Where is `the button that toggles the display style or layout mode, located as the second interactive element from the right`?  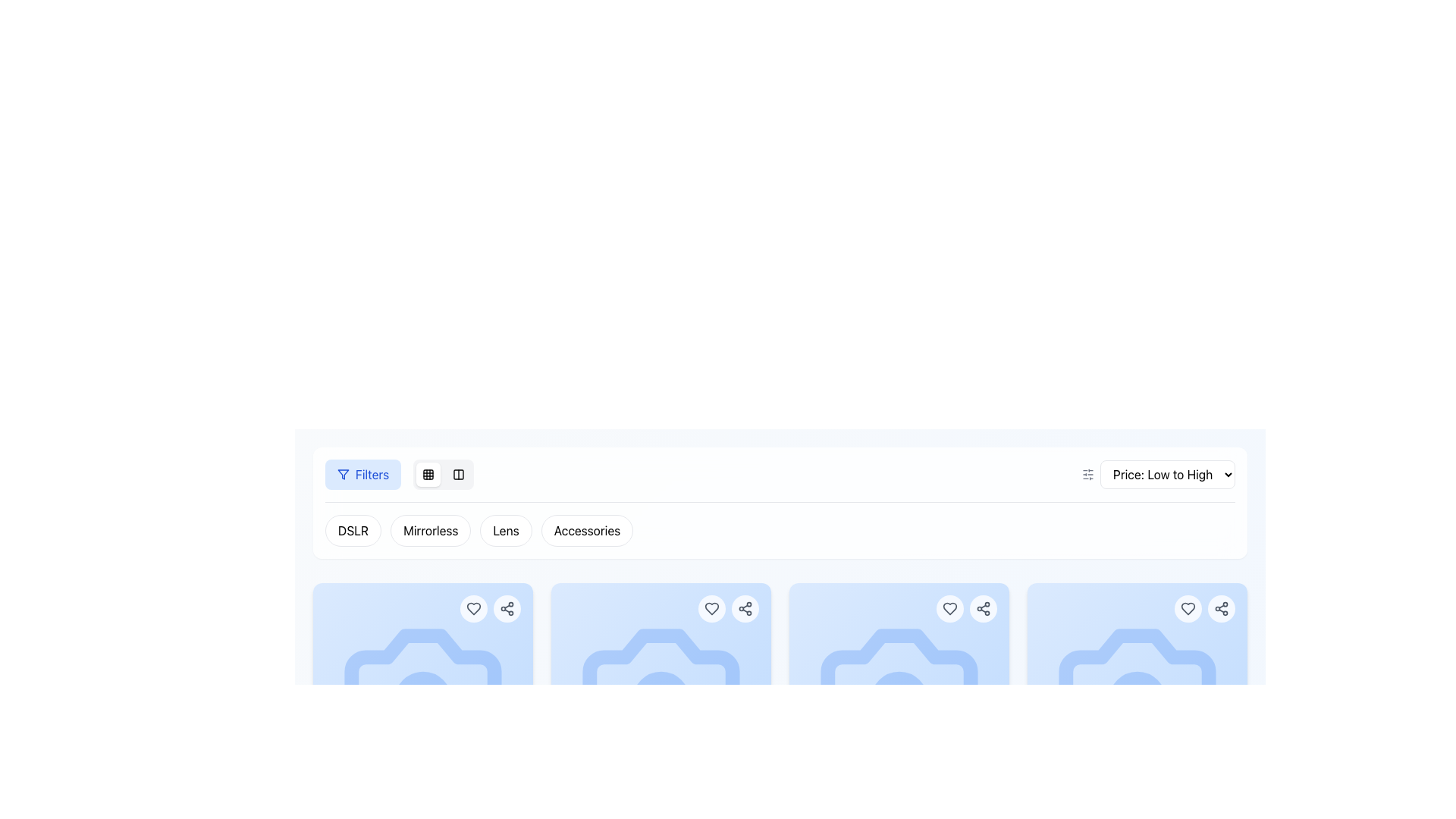
the button that toggles the display style or layout mode, located as the second interactive element from the right is located at coordinates (458, 473).